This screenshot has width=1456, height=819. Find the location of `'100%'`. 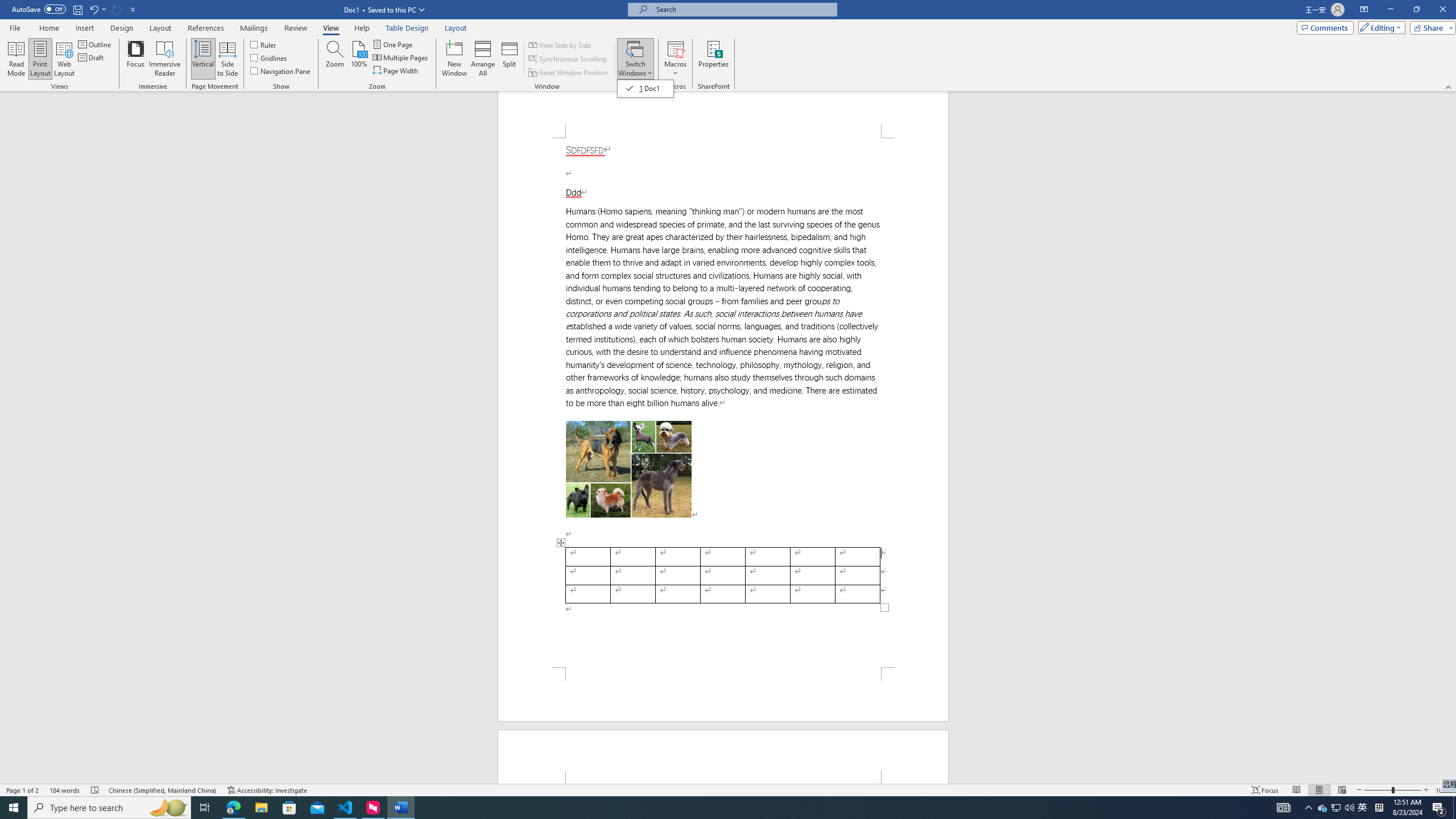

'100%' is located at coordinates (359, 59).